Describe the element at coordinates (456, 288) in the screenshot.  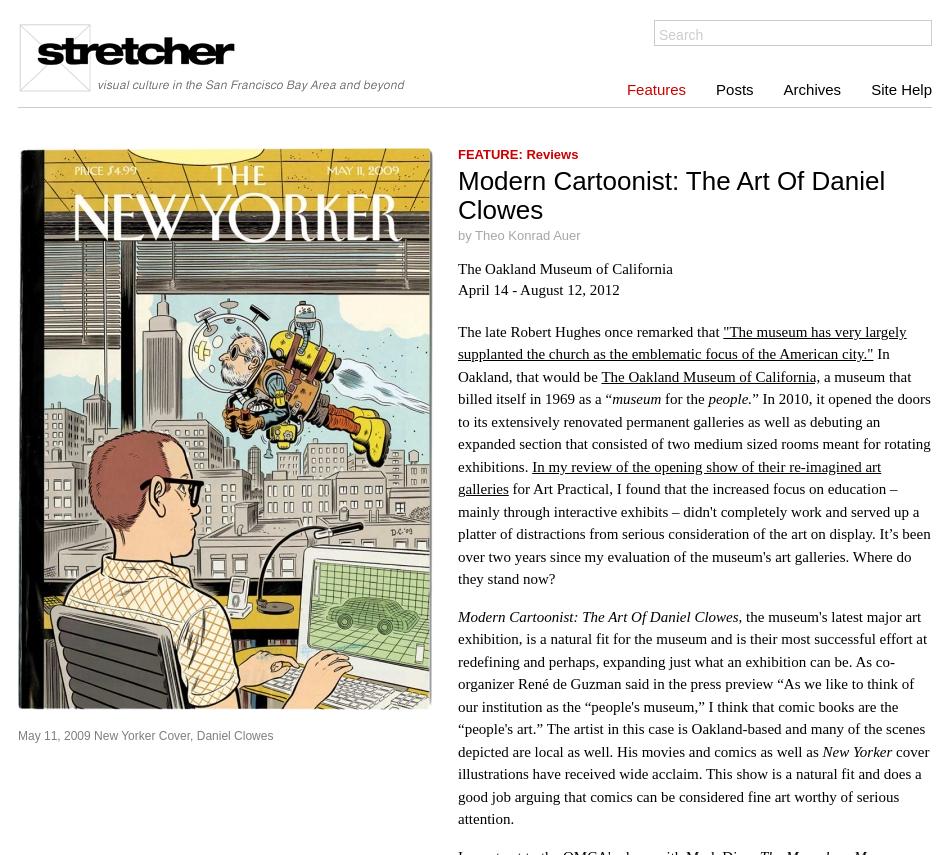
I see `'April 14 - August 12, 2012'` at that location.